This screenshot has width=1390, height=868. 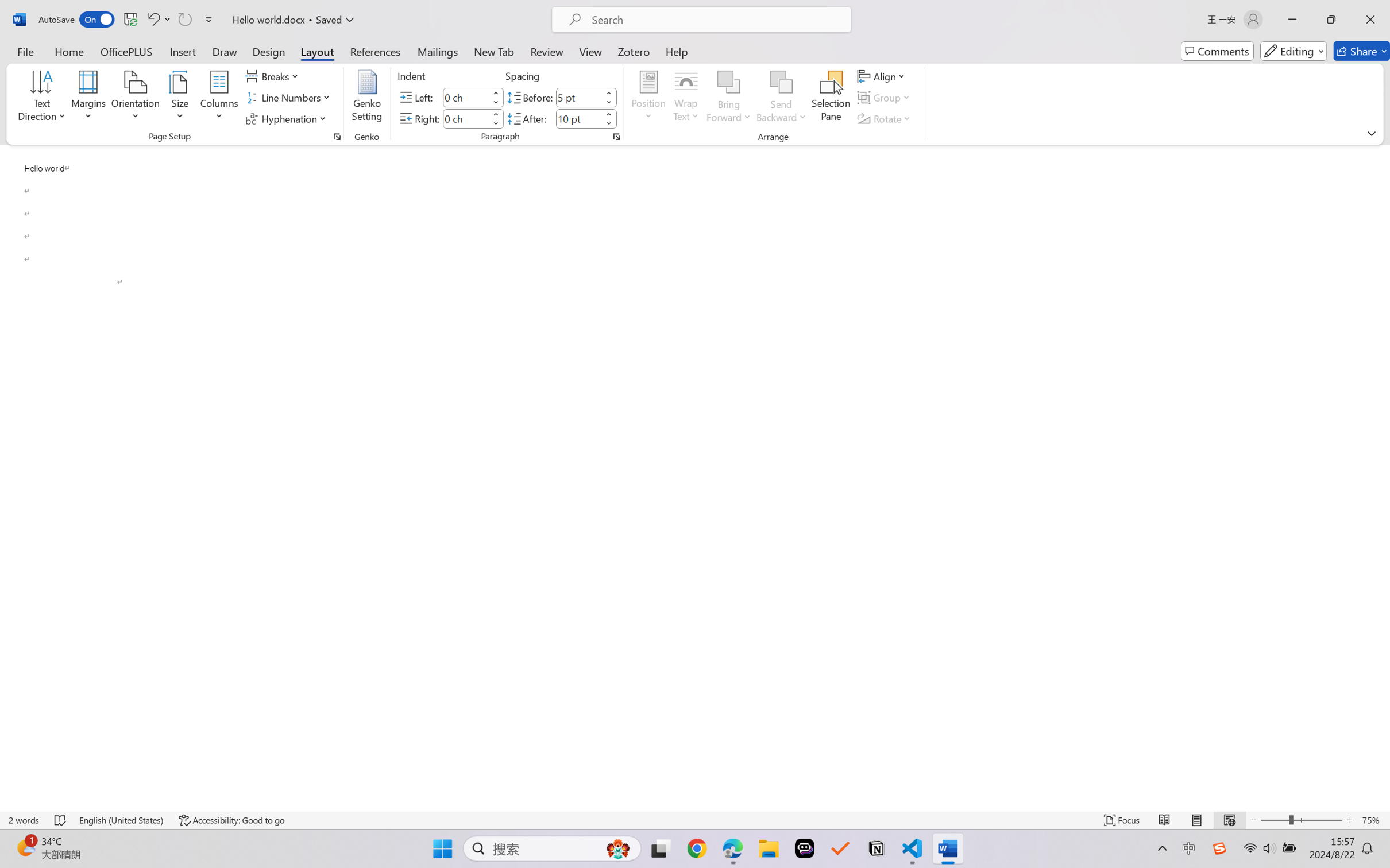 What do you see at coordinates (465, 118) in the screenshot?
I see `'Indent Right'` at bounding box center [465, 118].